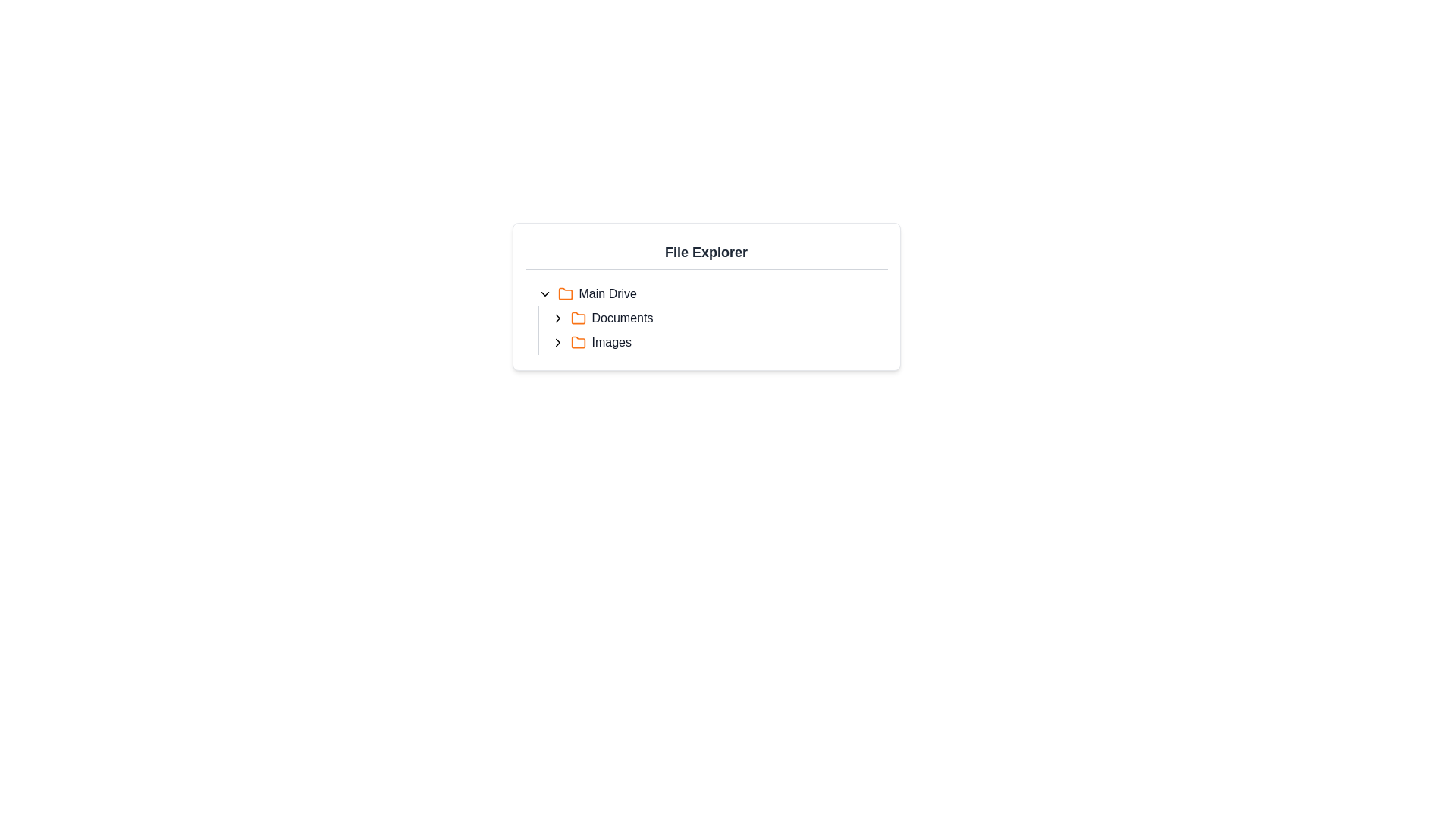 The height and width of the screenshot is (819, 1456). What do you see at coordinates (611, 342) in the screenshot?
I see `the 'Images' text label in the file browser section` at bounding box center [611, 342].